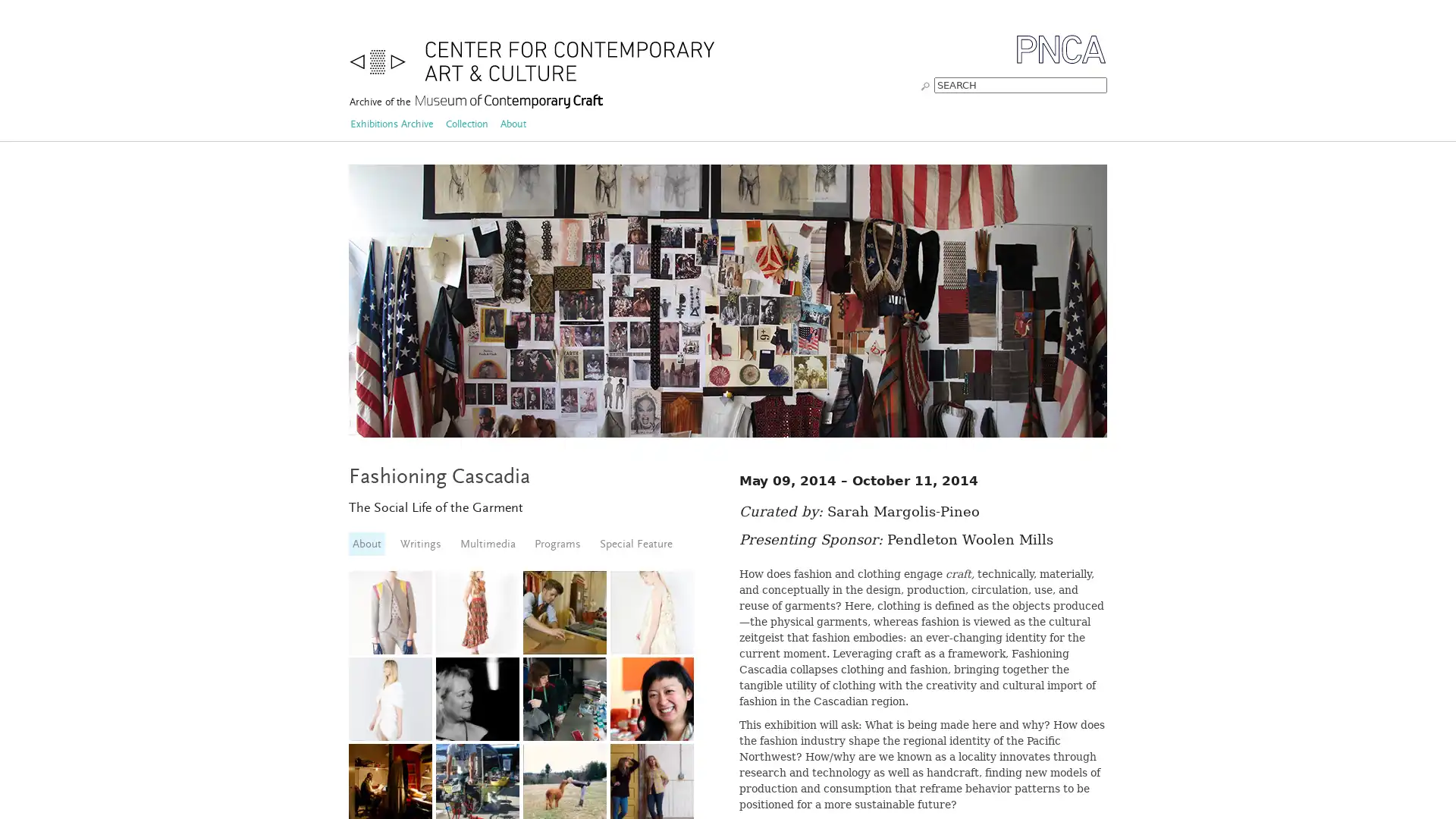 The width and height of the screenshot is (1456, 819). I want to click on Submit, so click(924, 84).